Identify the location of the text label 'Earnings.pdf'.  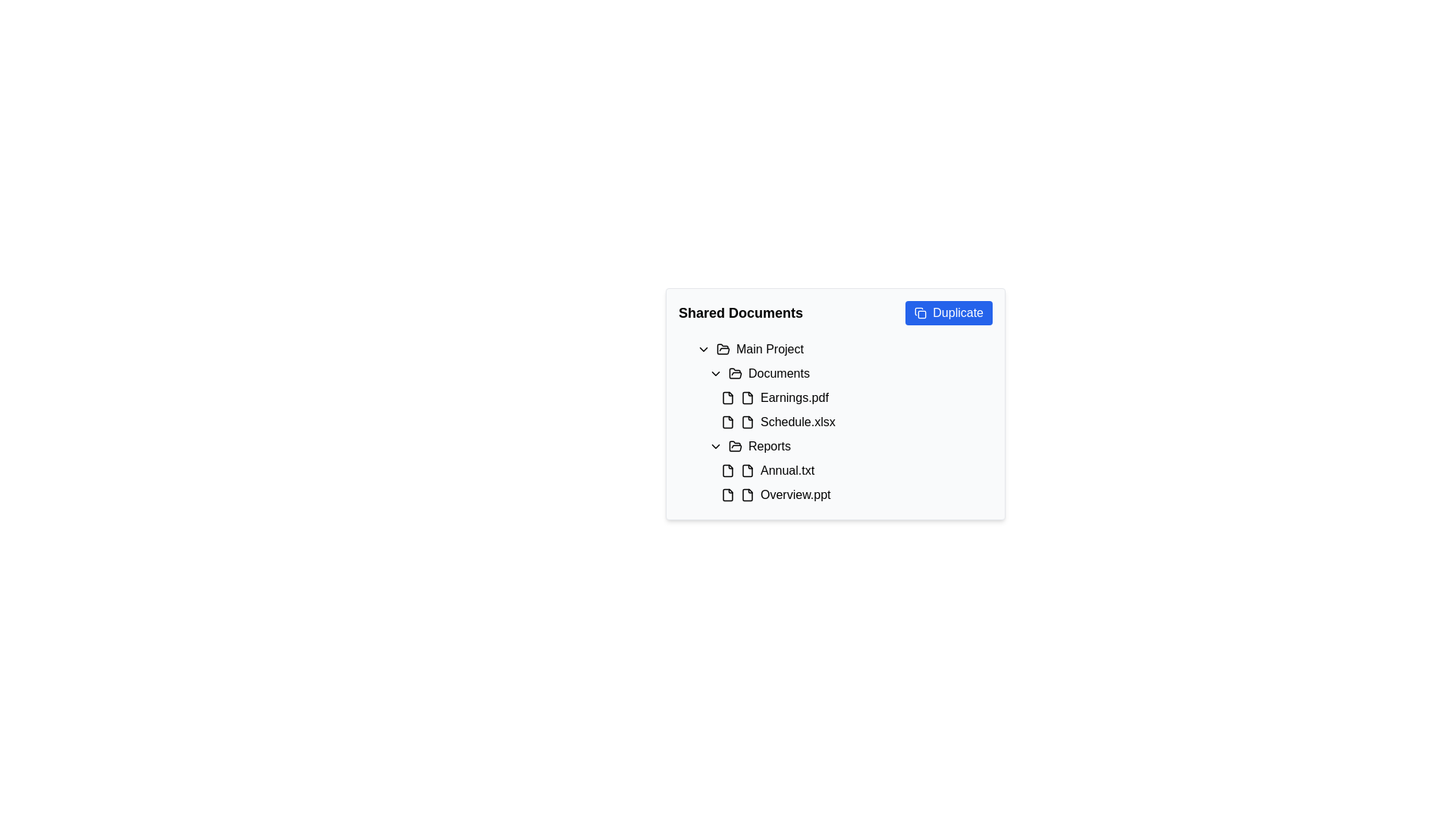
(793, 397).